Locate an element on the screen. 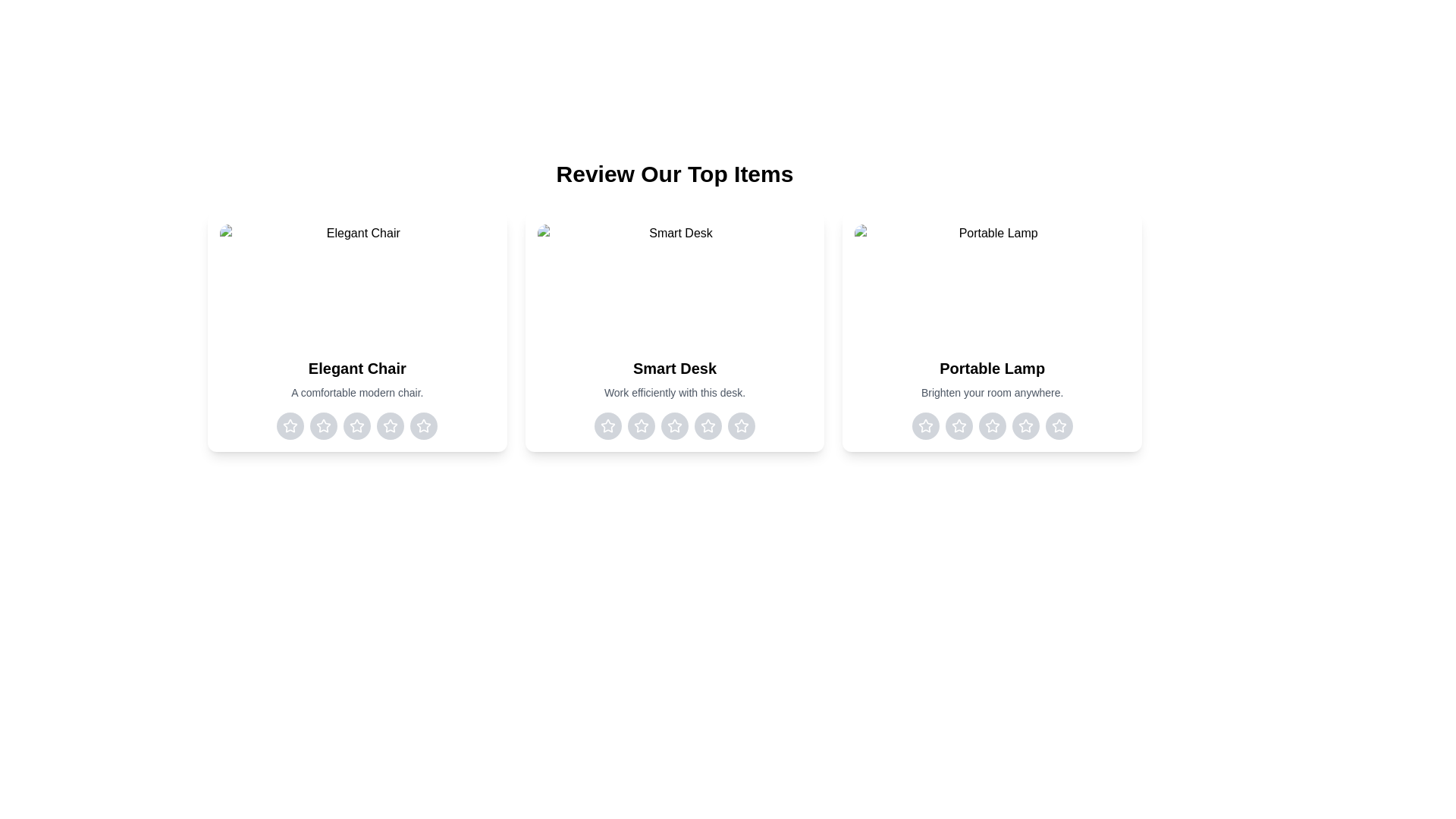 Image resolution: width=1456 pixels, height=819 pixels. the rating for the item 'Portable Lamp' to 4 stars is located at coordinates (1025, 426).